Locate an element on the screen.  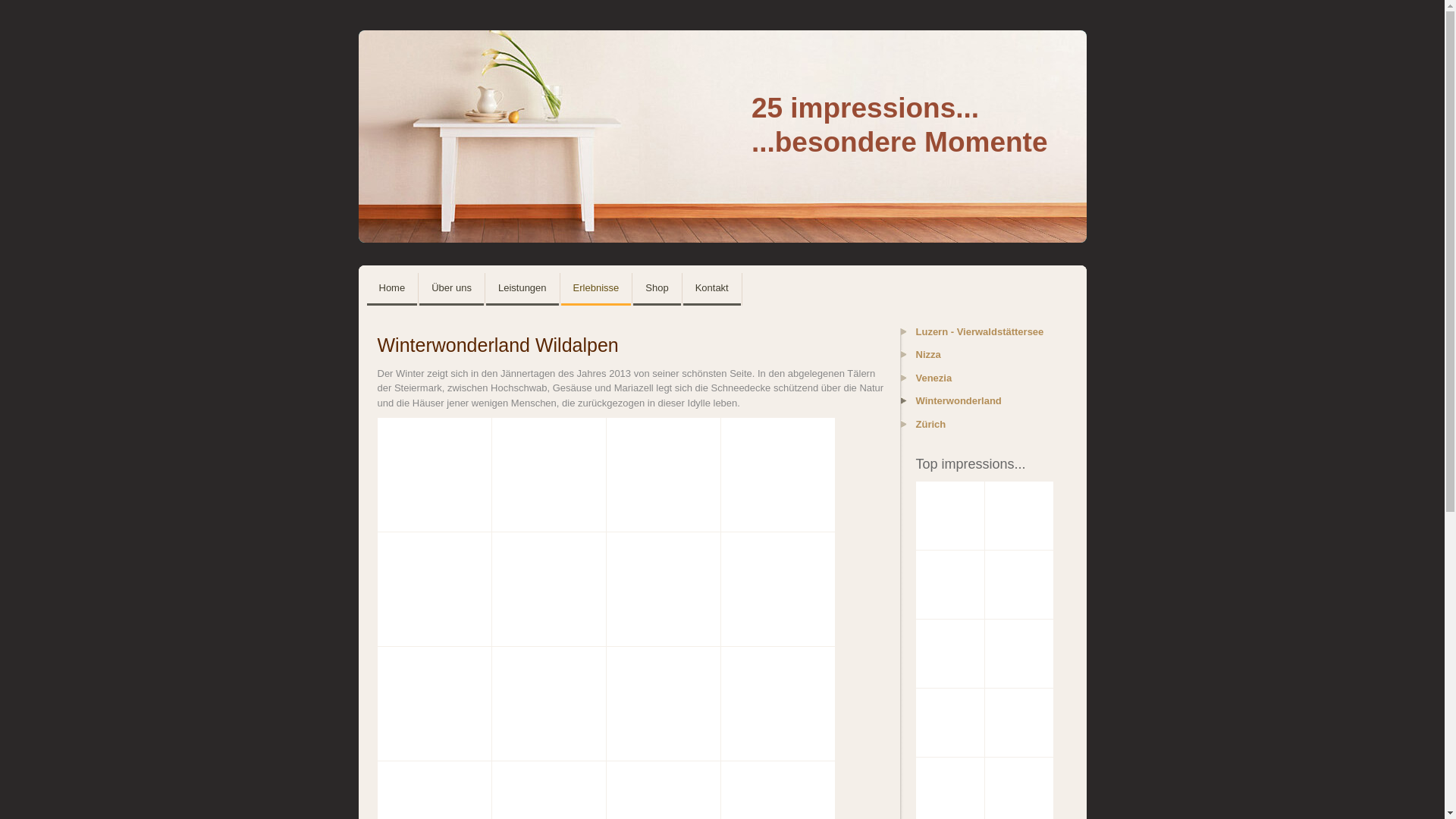
'Kontakt' is located at coordinates (711, 289).